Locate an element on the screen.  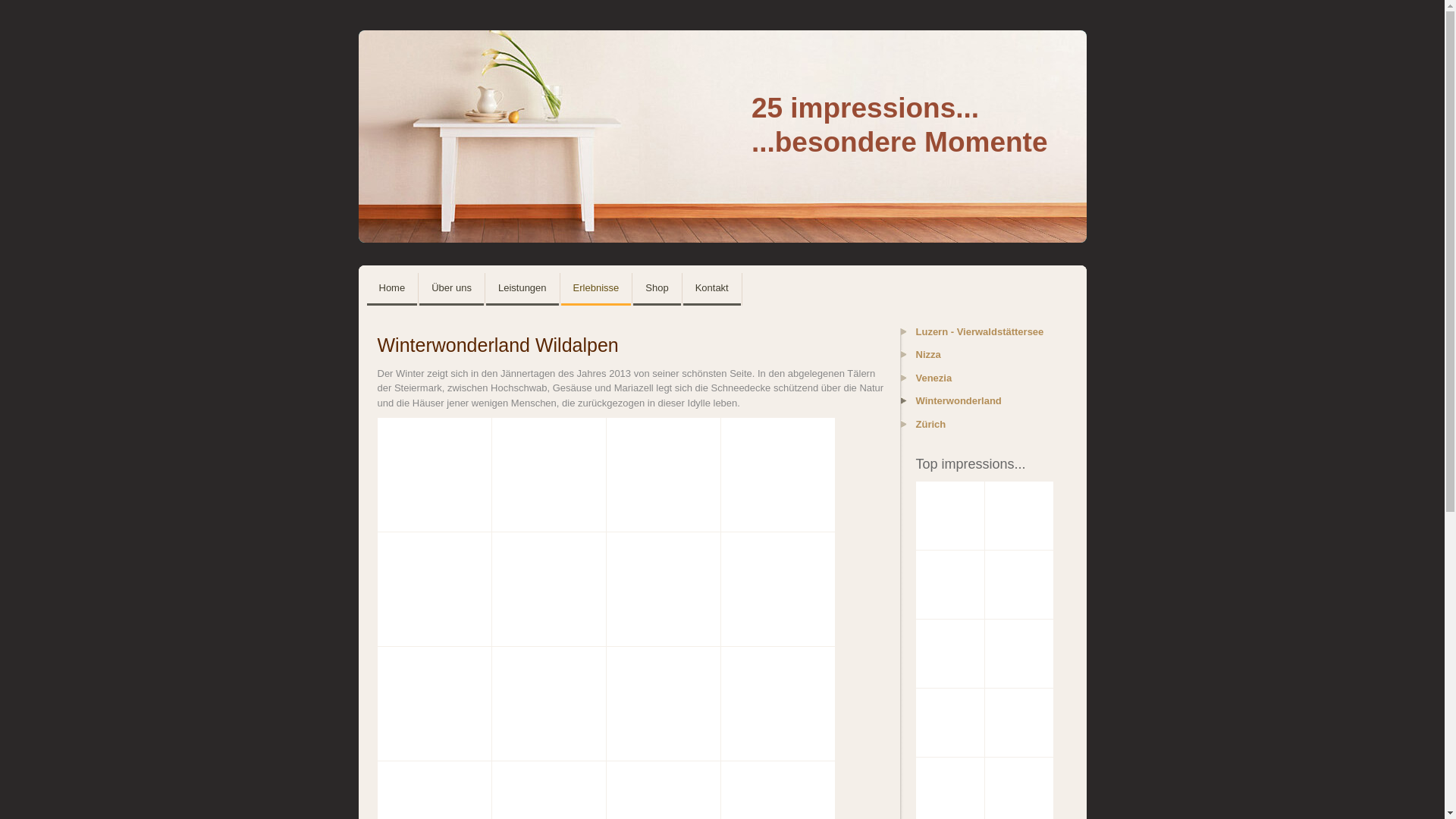
'Kontakt' is located at coordinates (711, 289).